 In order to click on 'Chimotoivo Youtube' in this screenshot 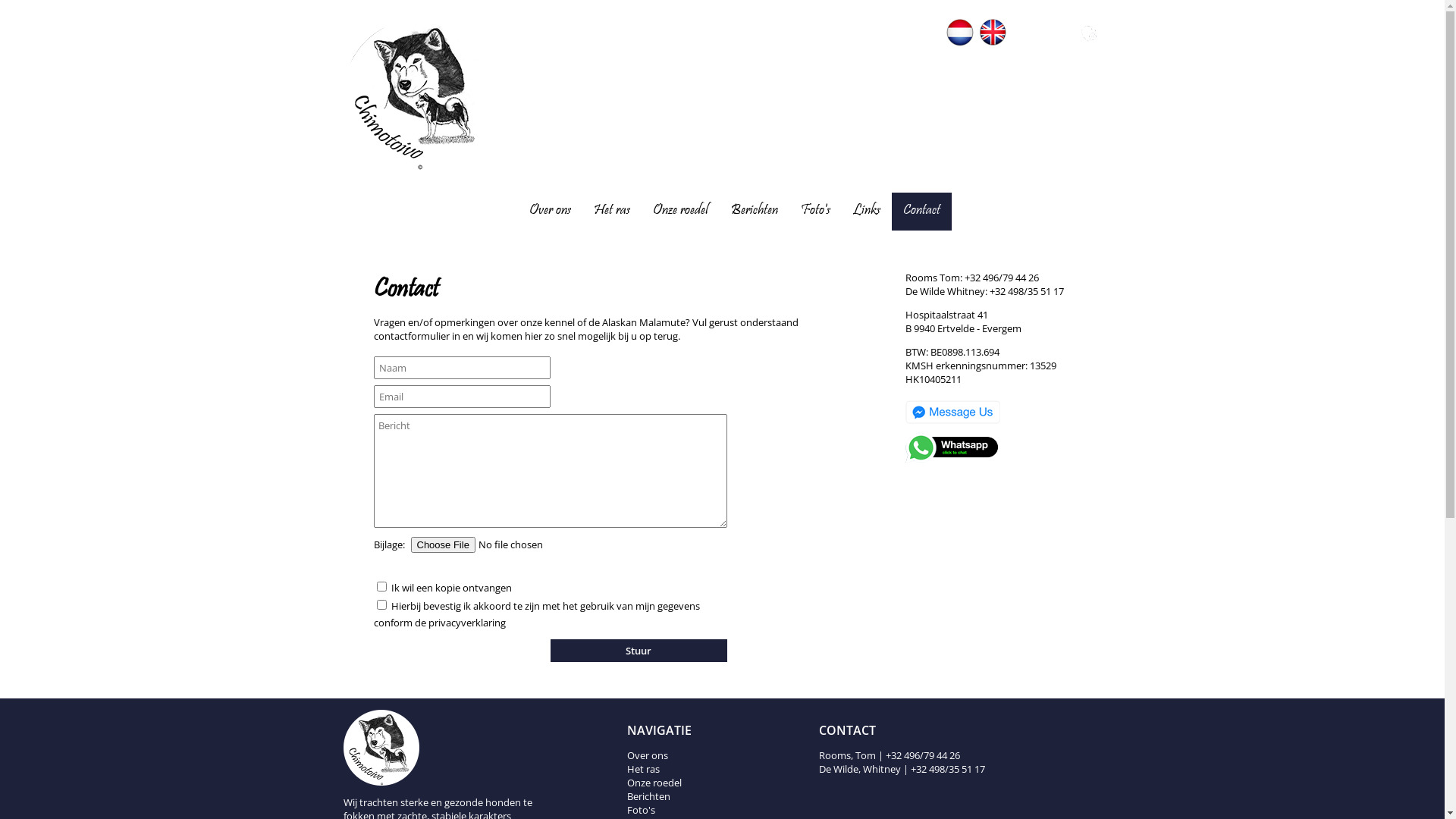, I will do `click(1055, 42)`.